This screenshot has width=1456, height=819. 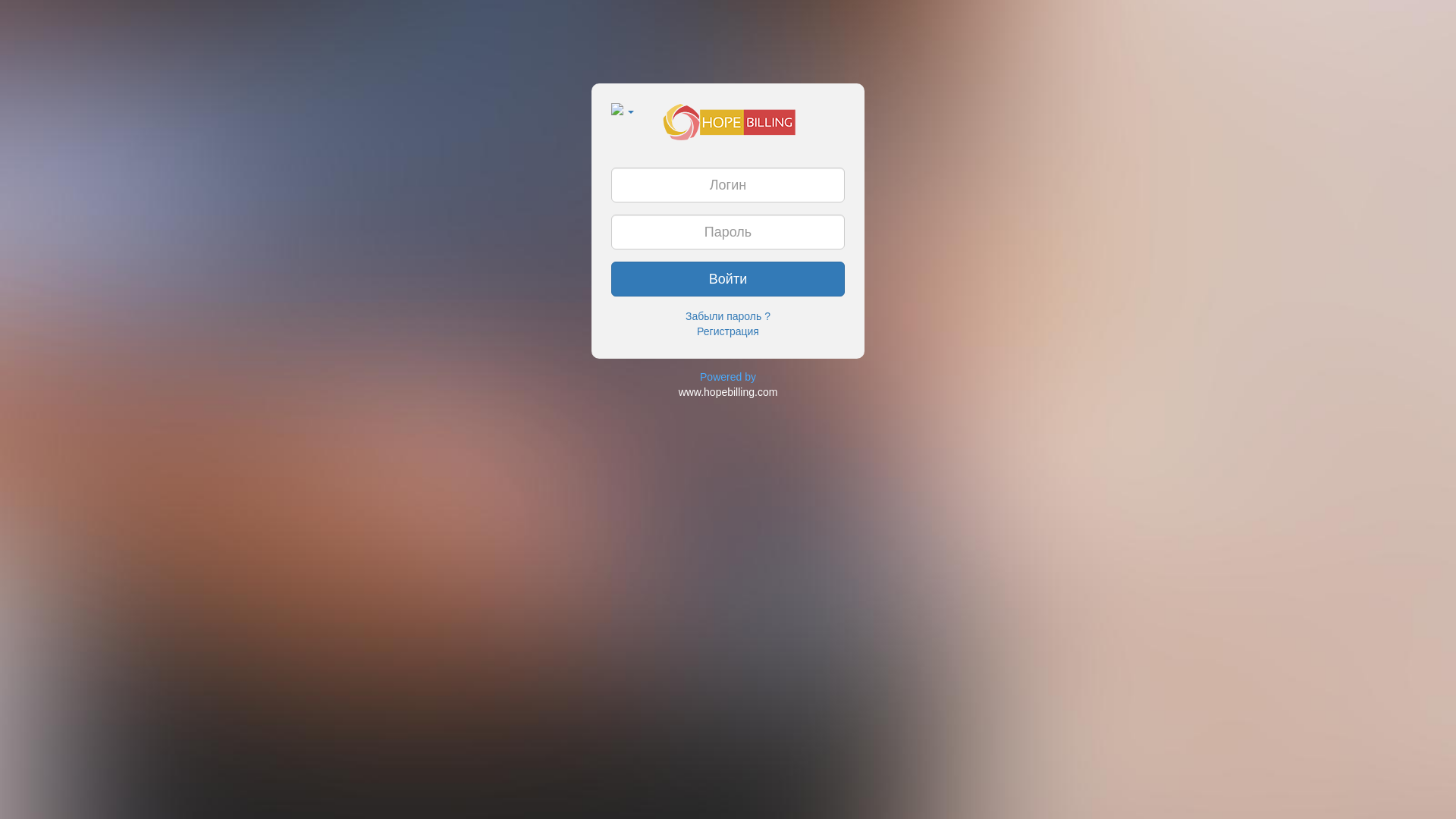 I want to click on 'www.hopebilling.com', so click(x=728, y=391).